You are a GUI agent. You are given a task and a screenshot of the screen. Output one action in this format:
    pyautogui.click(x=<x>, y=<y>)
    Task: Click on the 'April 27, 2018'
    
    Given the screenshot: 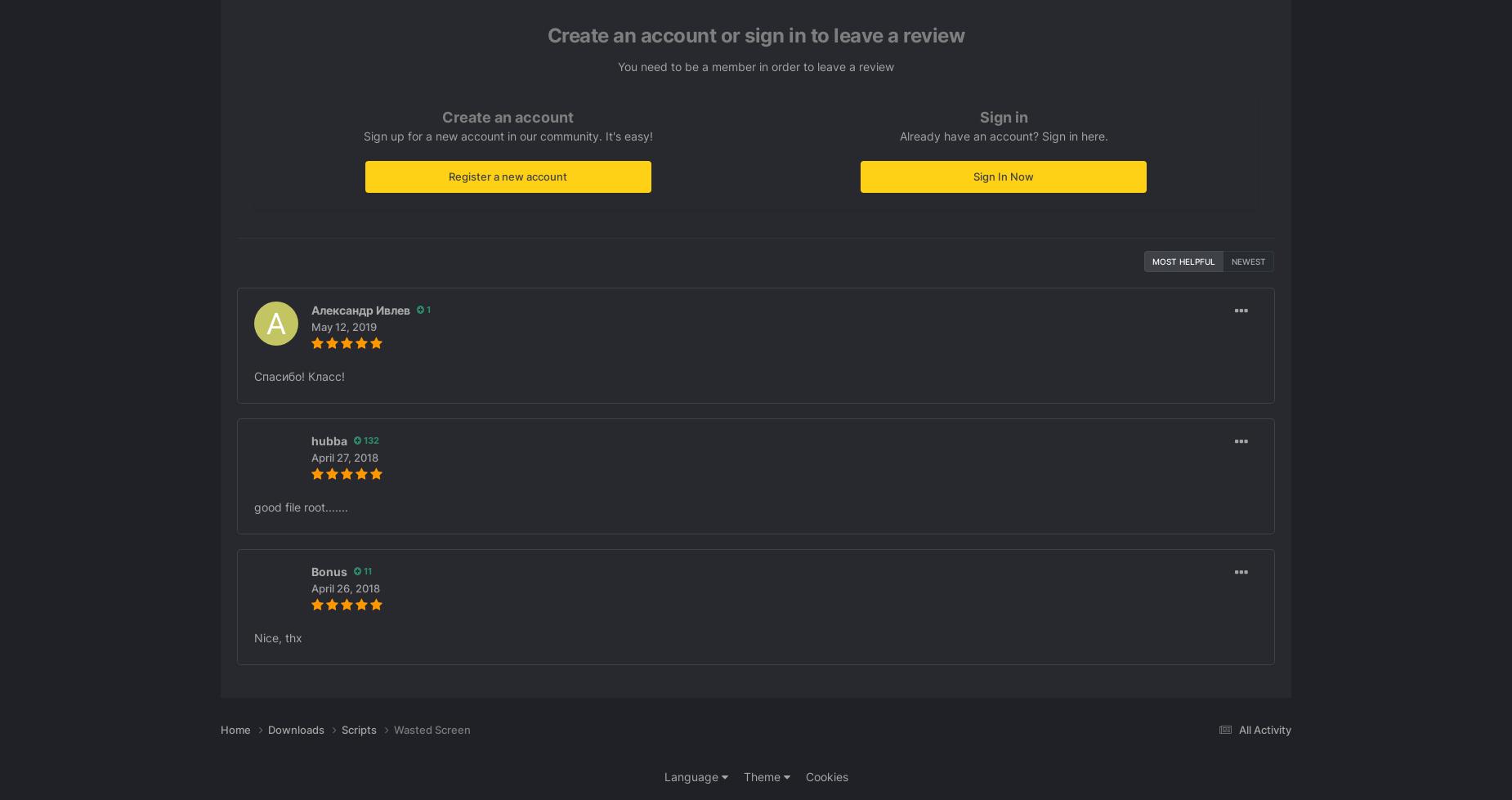 What is the action you would take?
    pyautogui.click(x=343, y=456)
    